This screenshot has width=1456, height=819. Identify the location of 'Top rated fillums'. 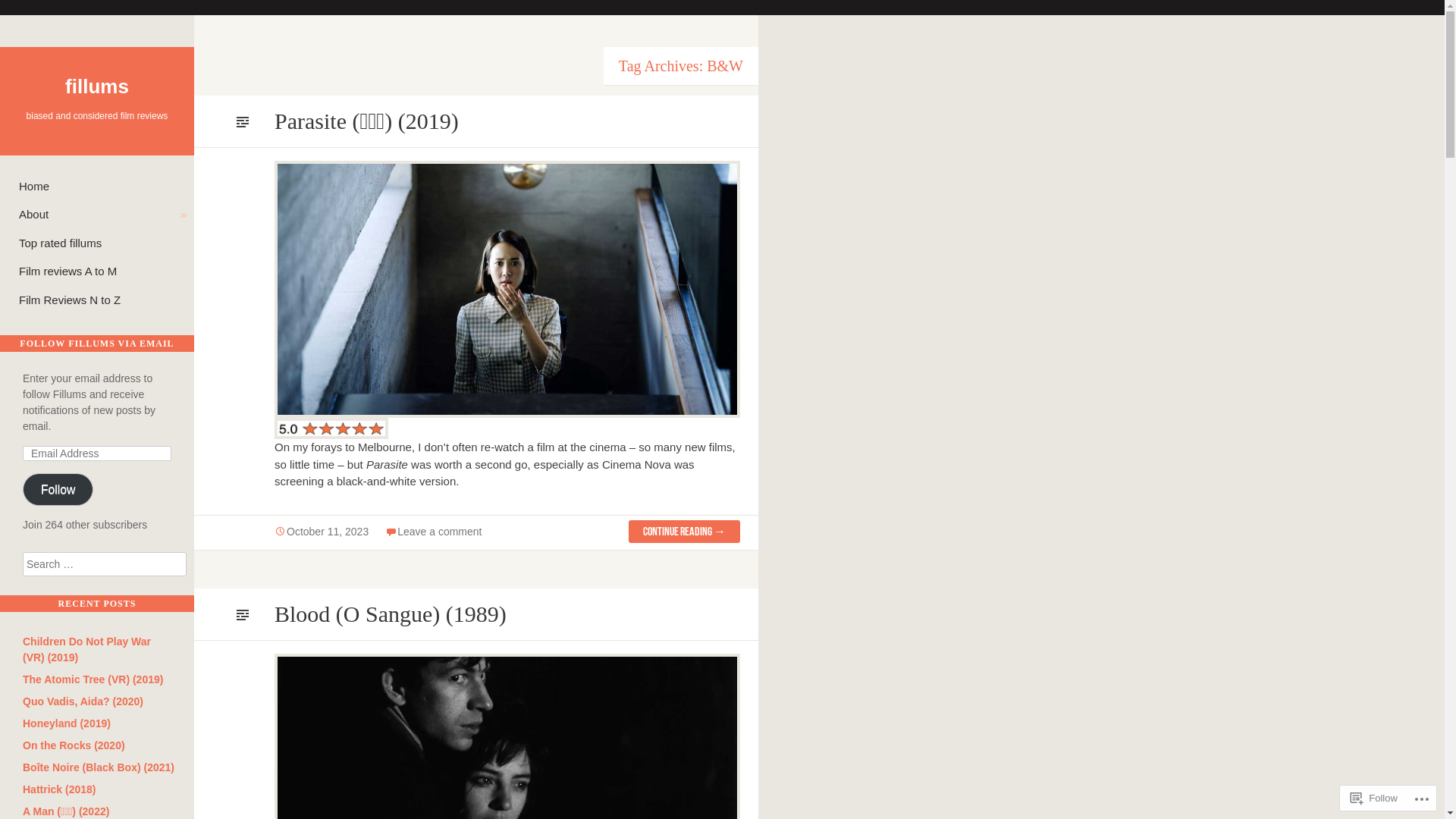
(102, 243).